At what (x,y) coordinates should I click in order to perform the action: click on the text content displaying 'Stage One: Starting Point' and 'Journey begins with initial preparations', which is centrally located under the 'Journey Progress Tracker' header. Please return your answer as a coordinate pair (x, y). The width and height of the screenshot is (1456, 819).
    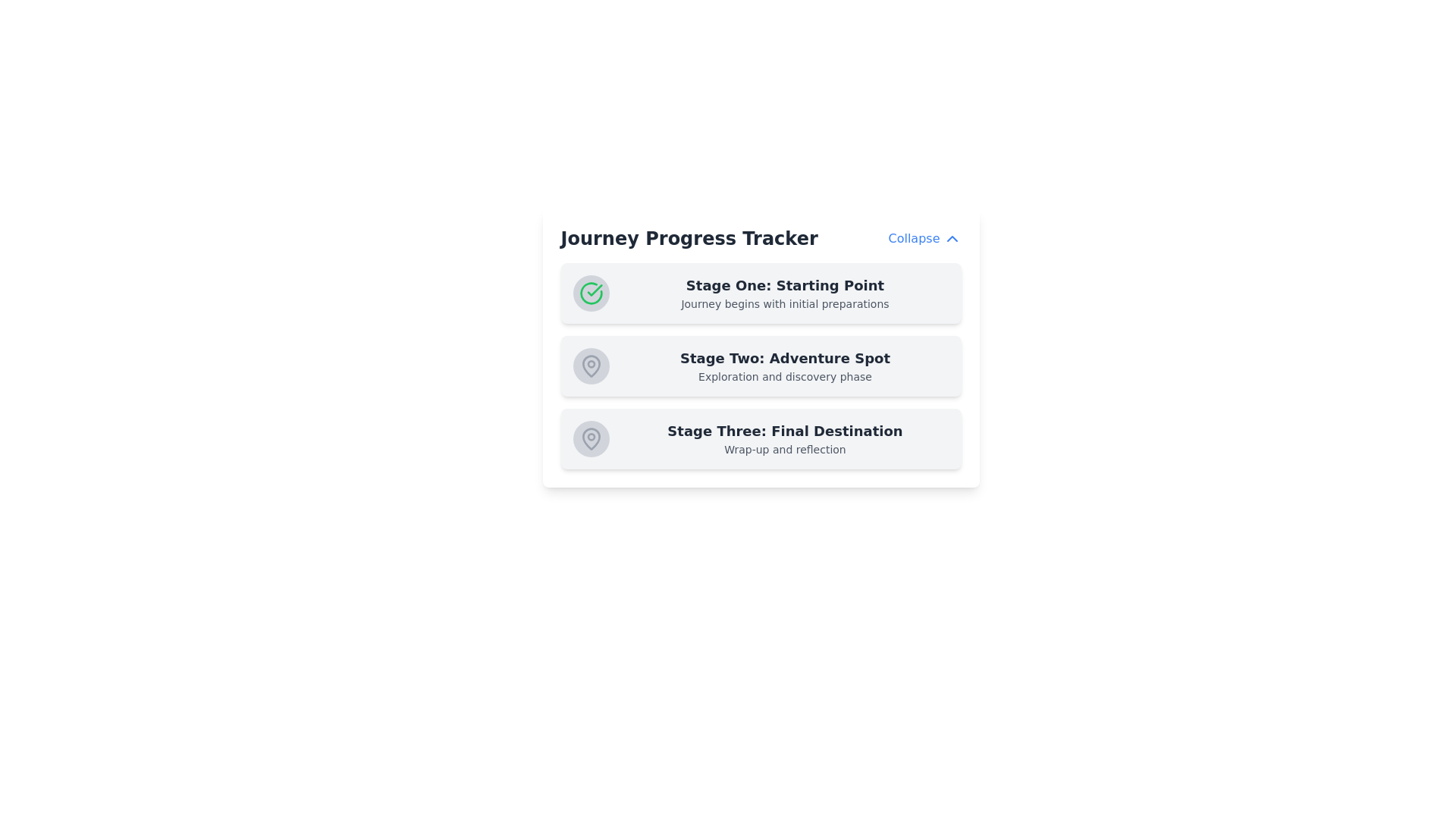
    Looking at the image, I should click on (785, 293).